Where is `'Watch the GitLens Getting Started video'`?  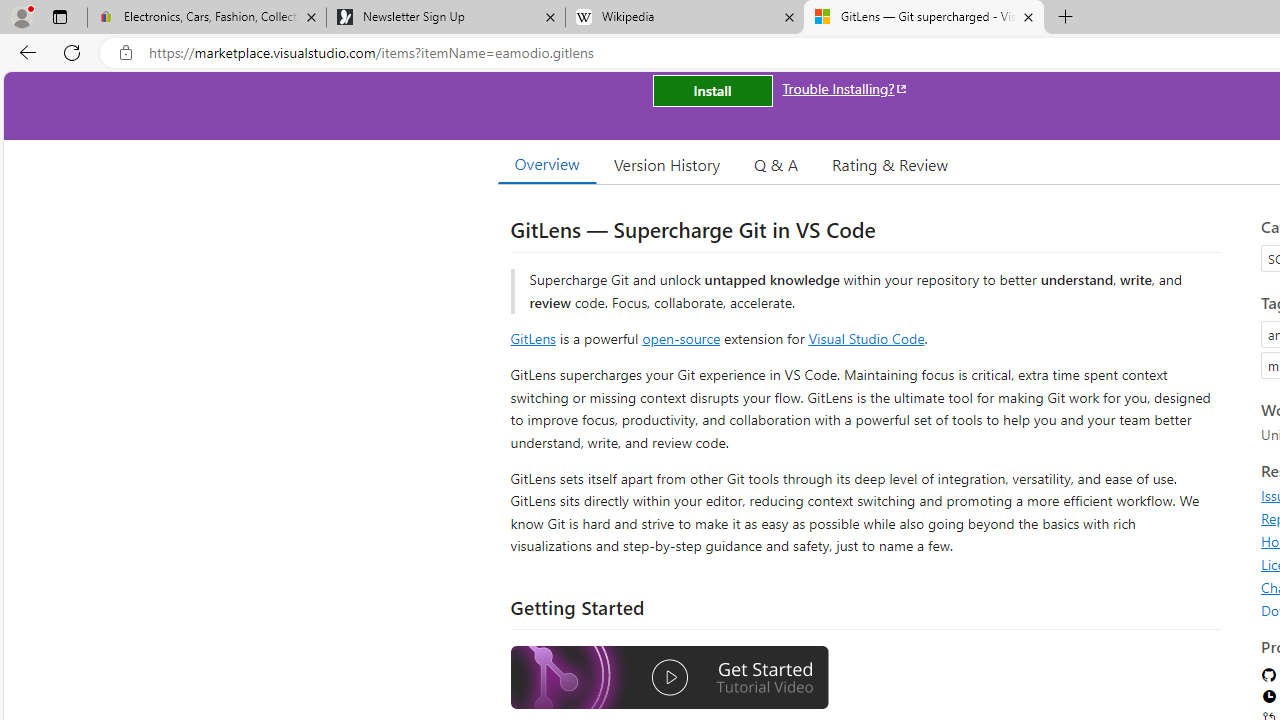
'Watch the GitLens Getting Started video' is located at coordinates (669, 679).